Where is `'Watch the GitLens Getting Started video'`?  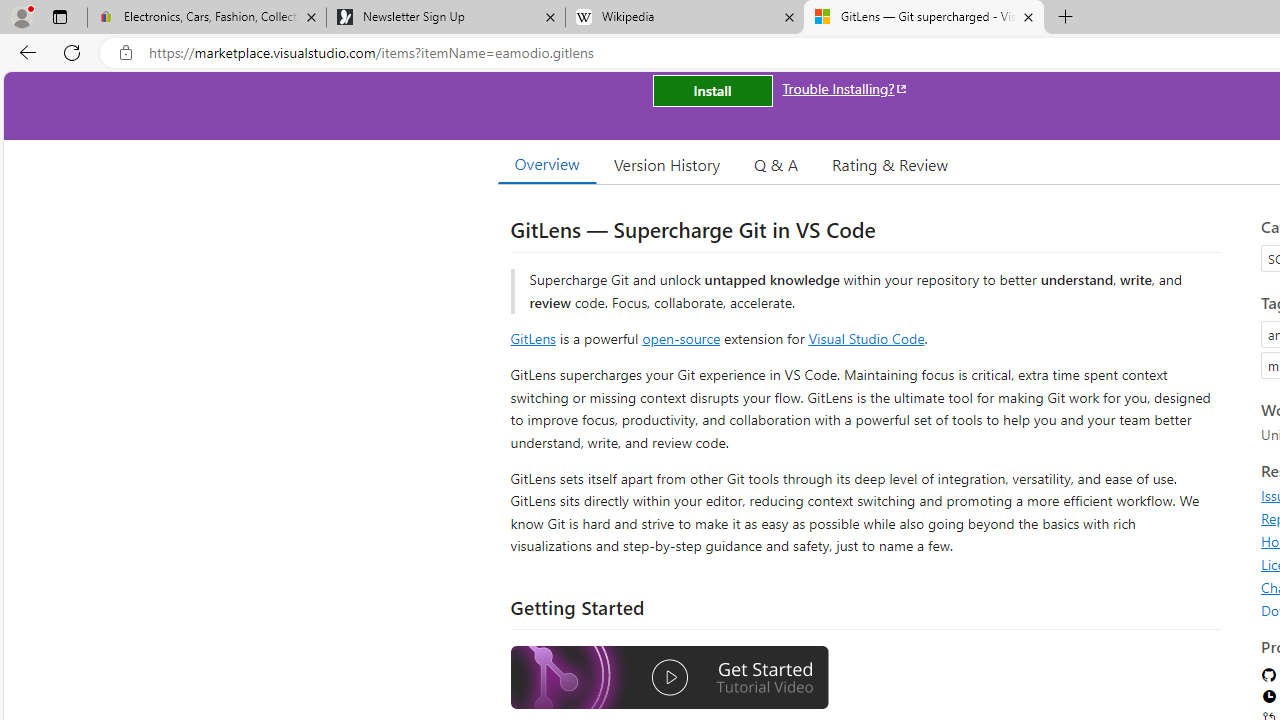
'Watch the GitLens Getting Started video' is located at coordinates (669, 679).